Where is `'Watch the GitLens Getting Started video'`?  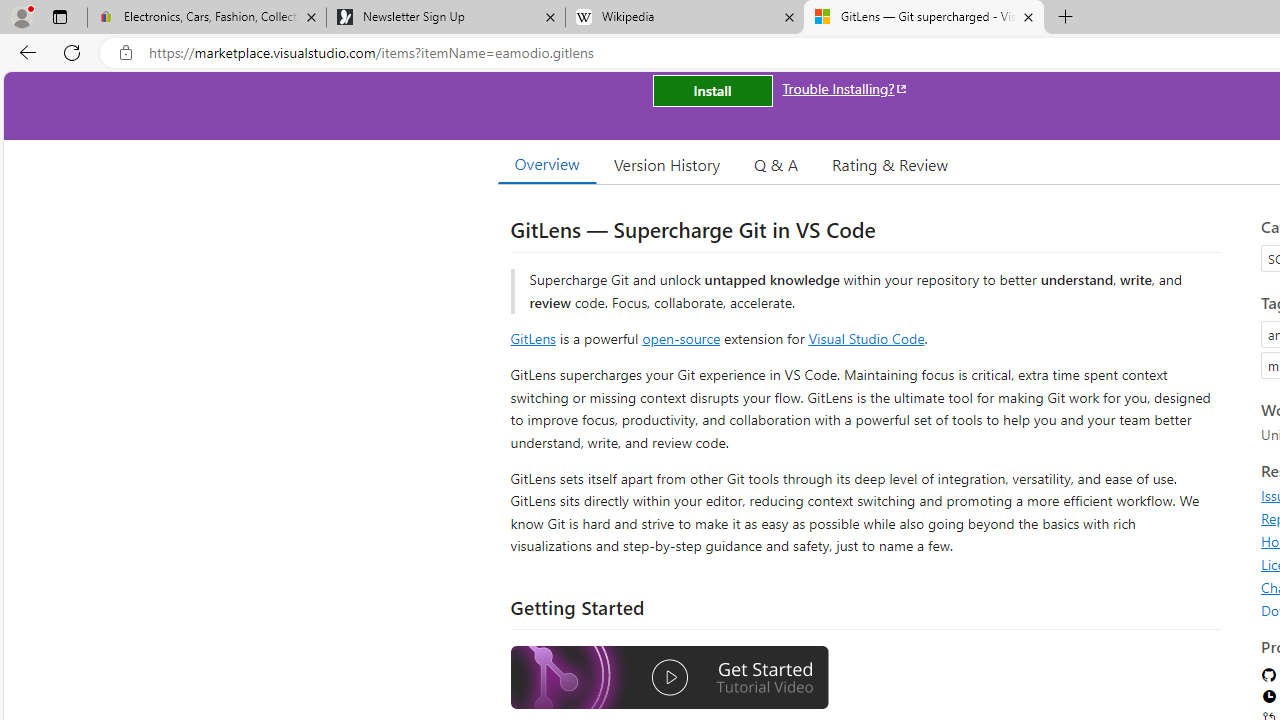
'Watch the GitLens Getting Started video' is located at coordinates (669, 679).